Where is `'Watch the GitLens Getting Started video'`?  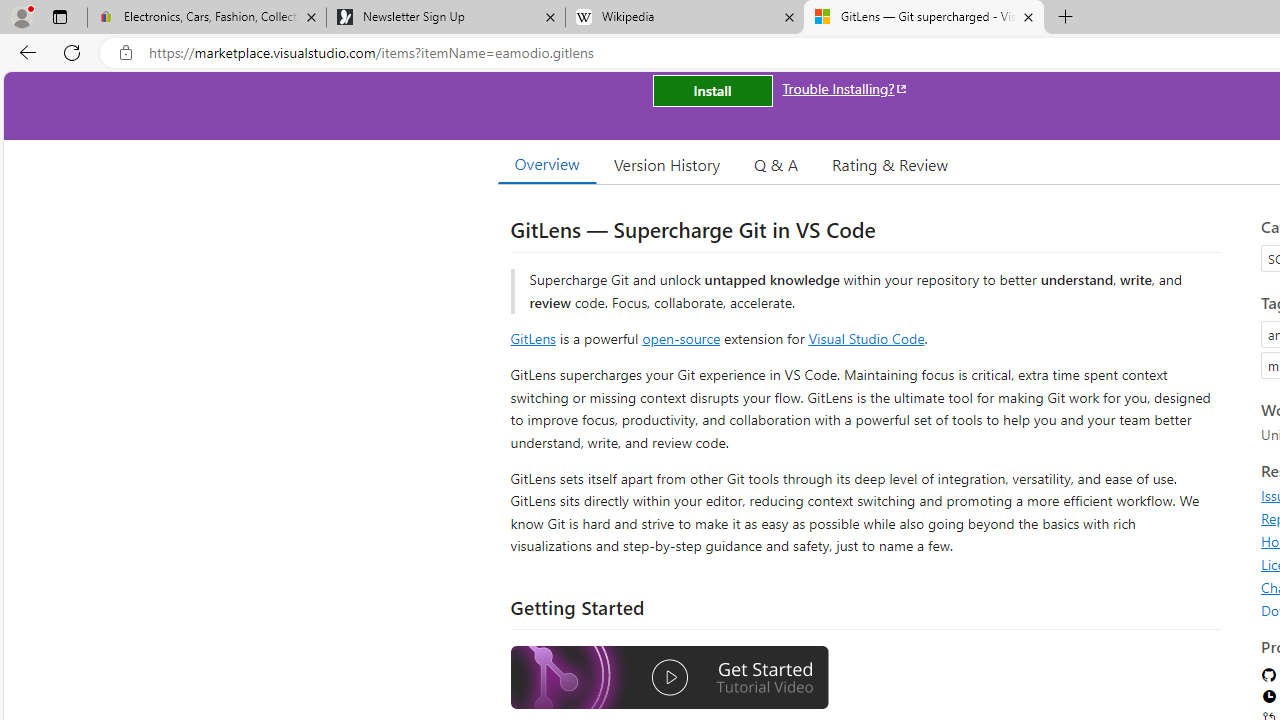
'Watch the GitLens Getting Started video' is located at coordinates (669, 679).